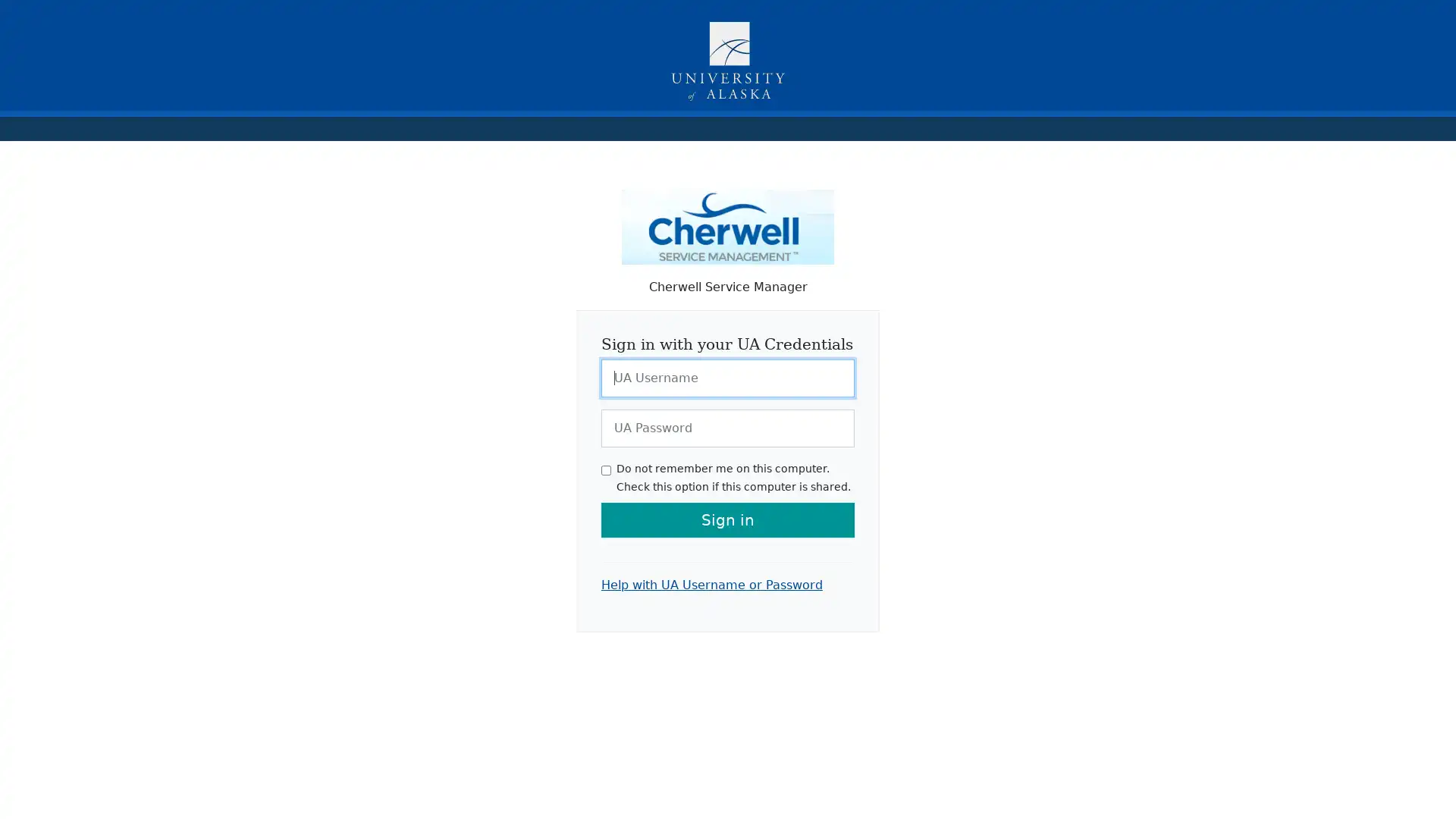  Describe the element at coordinates (728, 519) in the screenshot. I see `Sign in` at that location.